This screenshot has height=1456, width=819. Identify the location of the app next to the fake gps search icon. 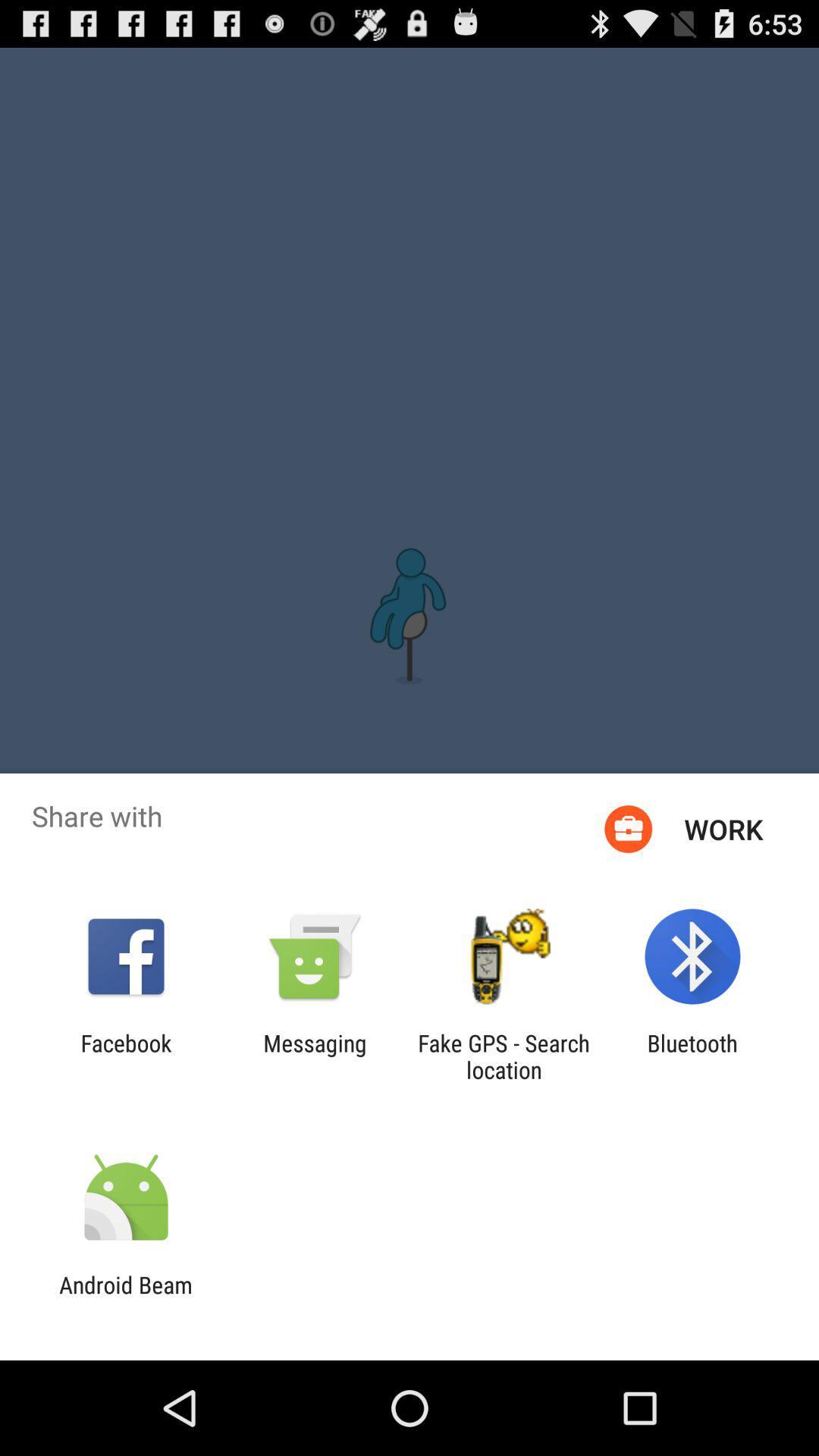
(692, 1056).